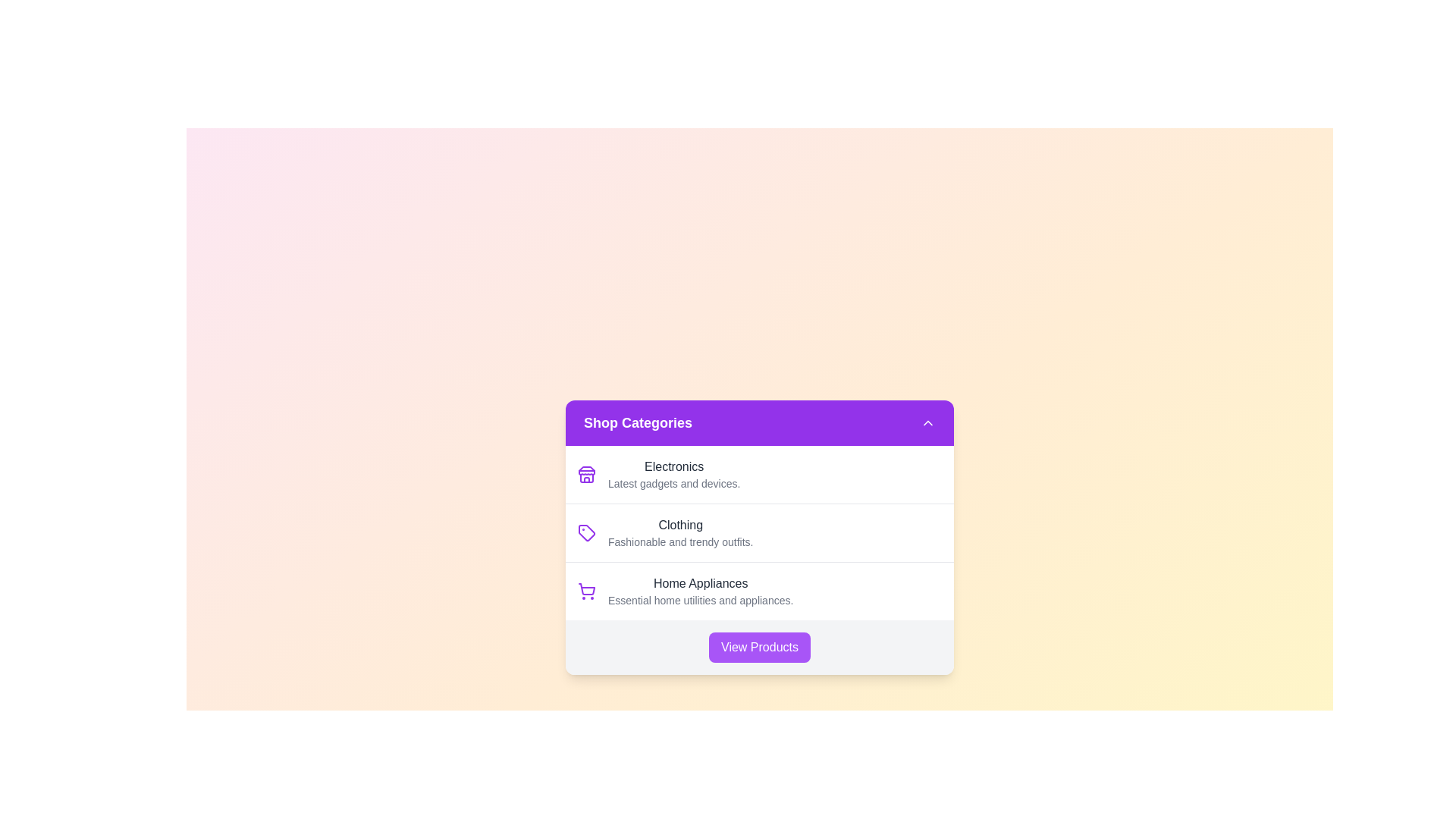  Describe the element at coordinates (700, 583) in the screenshot. I see `the text element labeled Home Appliances` at that location.